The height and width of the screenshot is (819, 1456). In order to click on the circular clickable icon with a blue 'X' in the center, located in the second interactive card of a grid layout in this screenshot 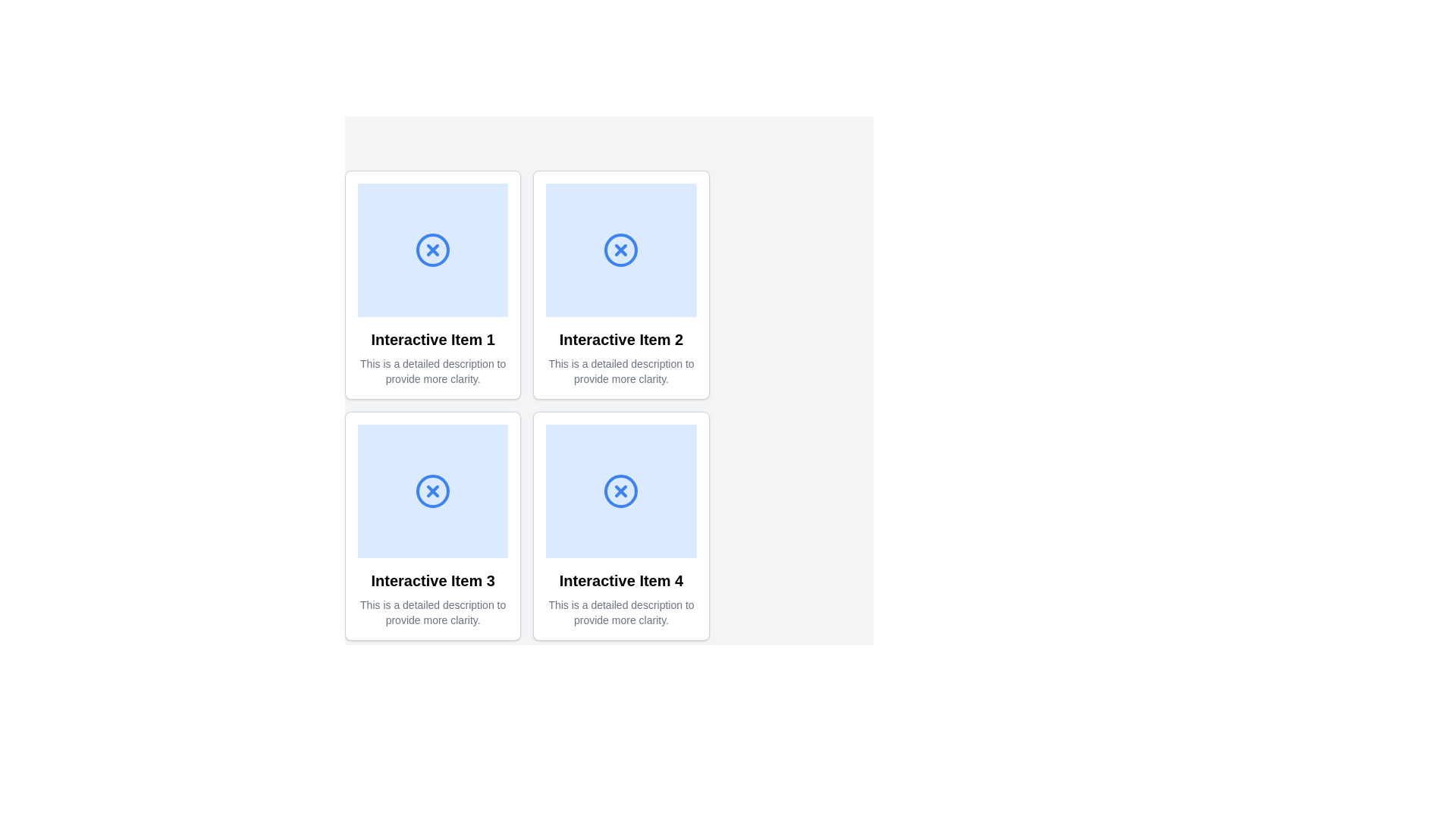, I will do `click(621, 249)`.